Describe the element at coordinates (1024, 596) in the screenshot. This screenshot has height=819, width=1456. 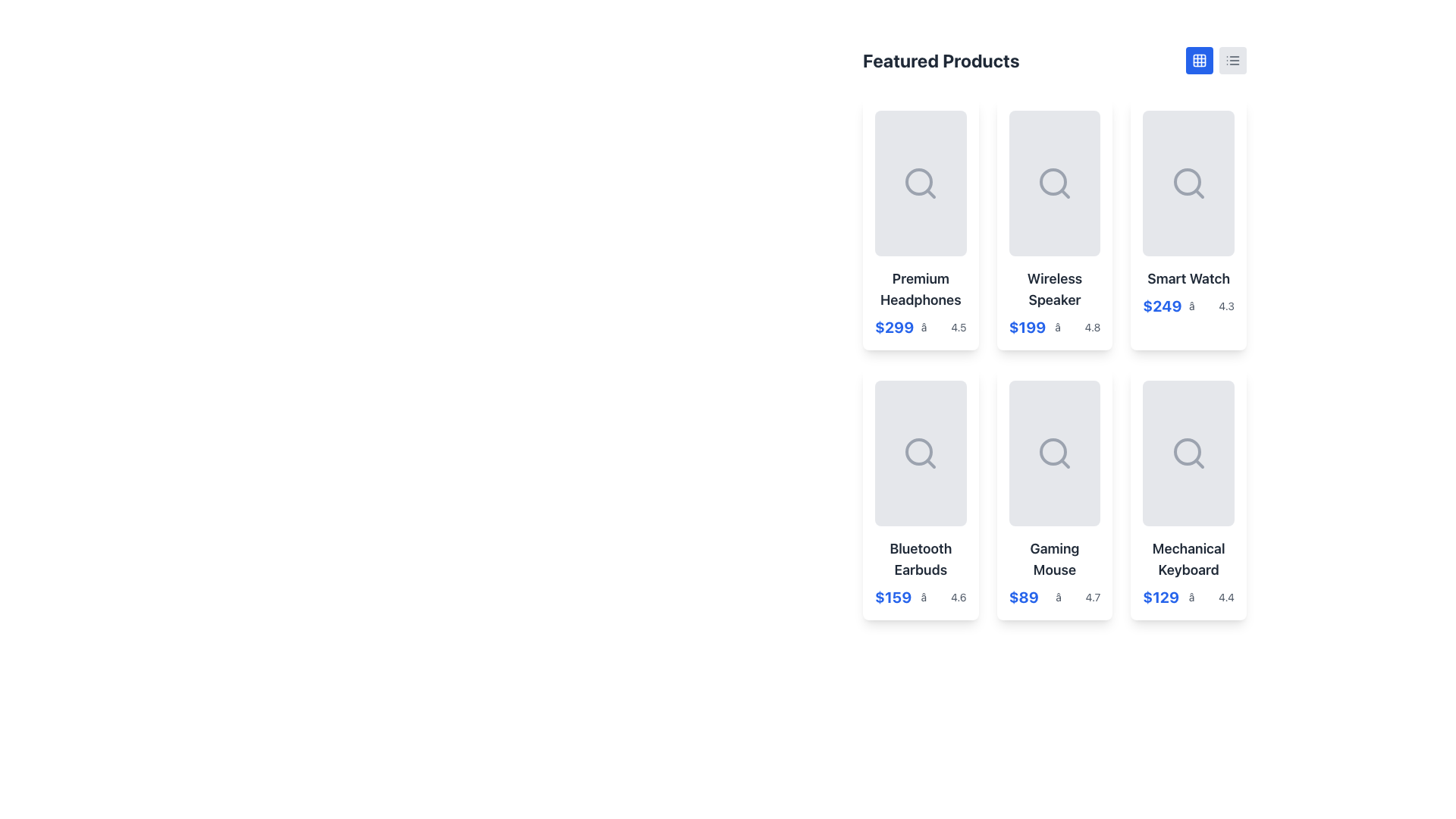
I see `contents of the text label displaying the price '$89', which is styled in a bold and large blue font at the bottom section of the 'Gaming Mouse' card` at that location.